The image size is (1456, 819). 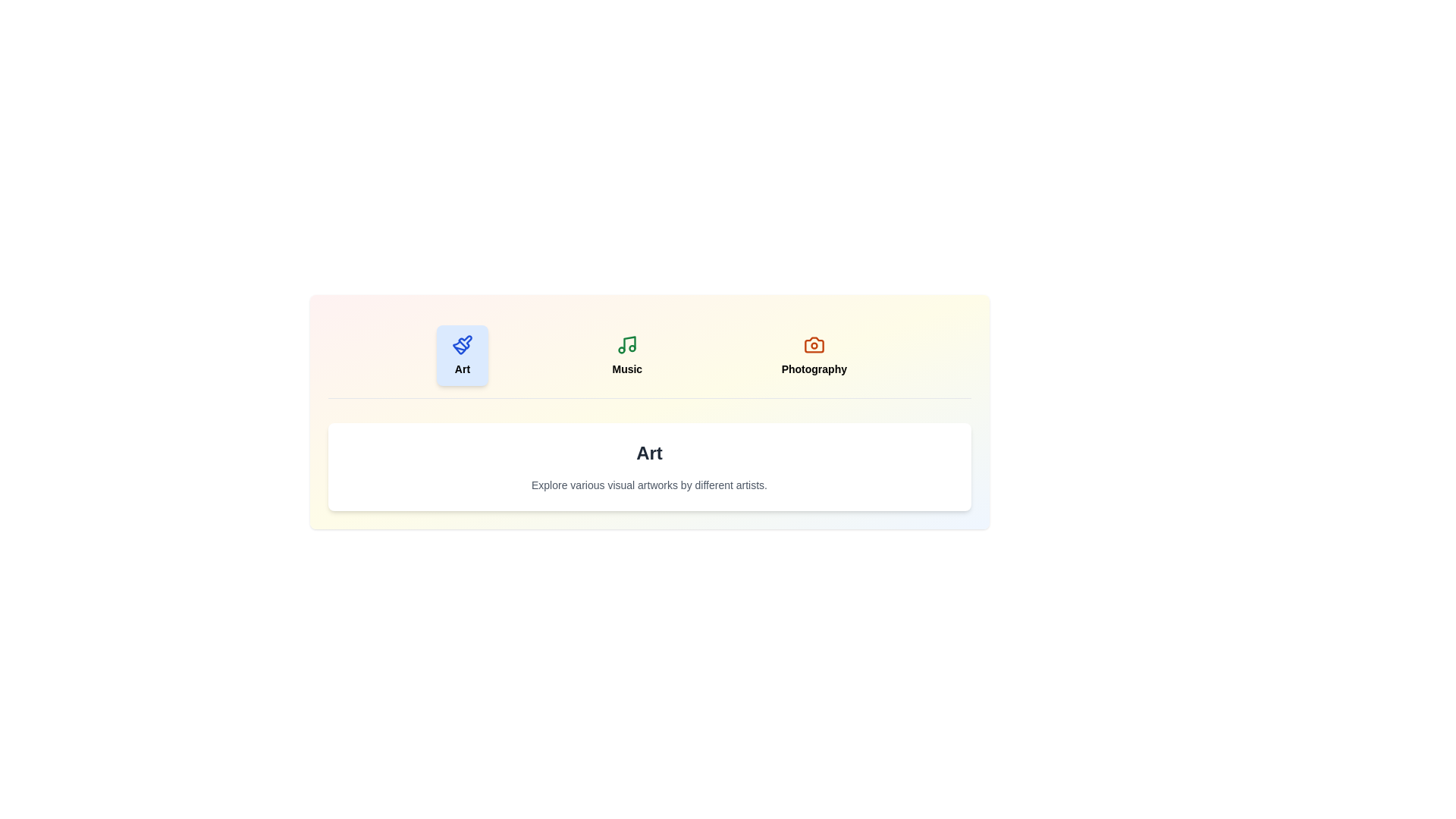 I want to click on the Photography tab, so click(x=813, y=356).